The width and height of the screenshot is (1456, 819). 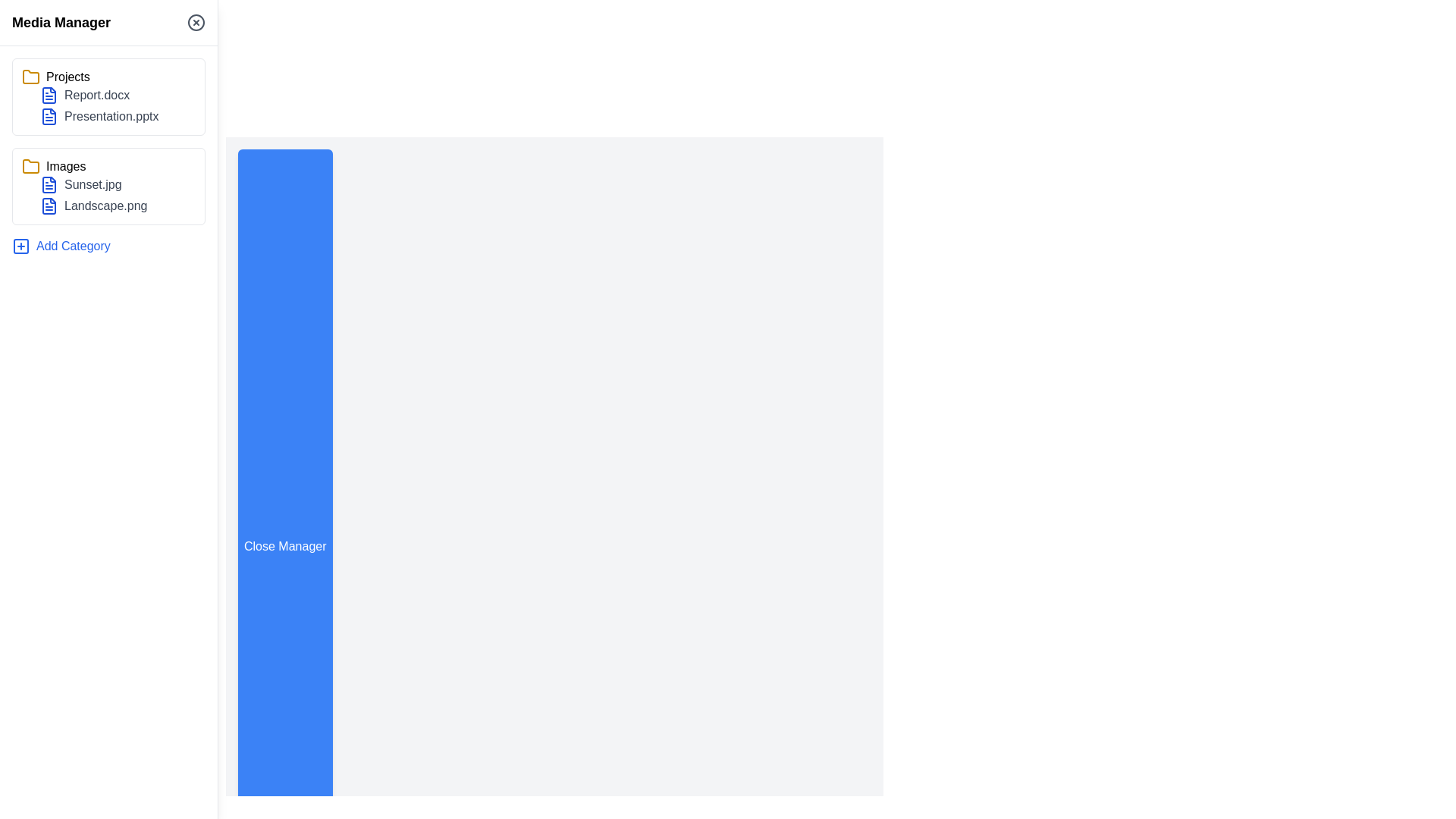 I want to click on the filename 'Sunset.jpg' or 'Landscape.png' in the left sidebar under the 'Images' heading, so click(x=108, y=195).